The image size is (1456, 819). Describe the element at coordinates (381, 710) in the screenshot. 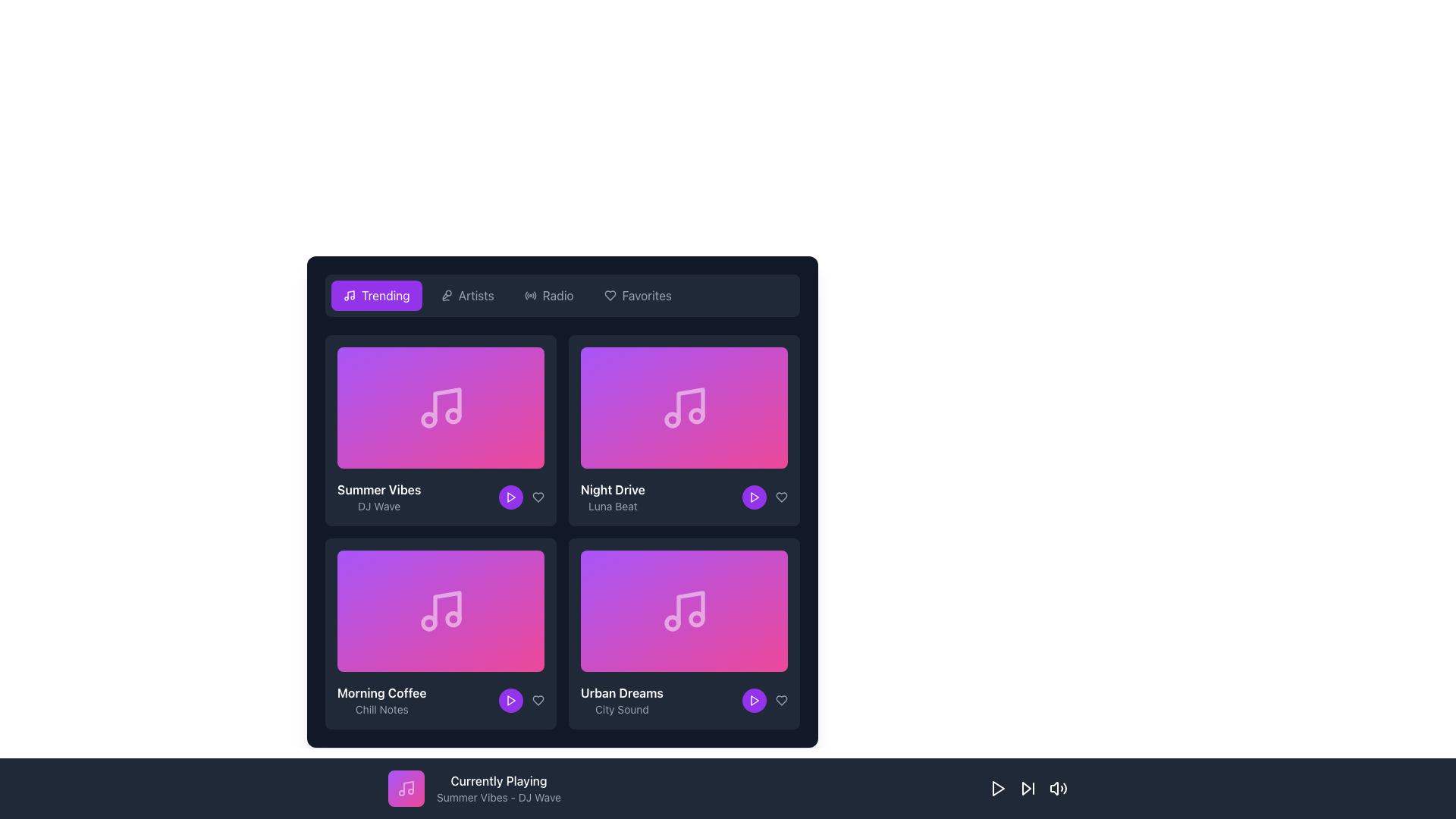

I see `the text label displaying 'Chill Notes' in light gray, located beneath the 'Morning Coffee' label in the bottom-left quadrant of the main grid interface` at that location.